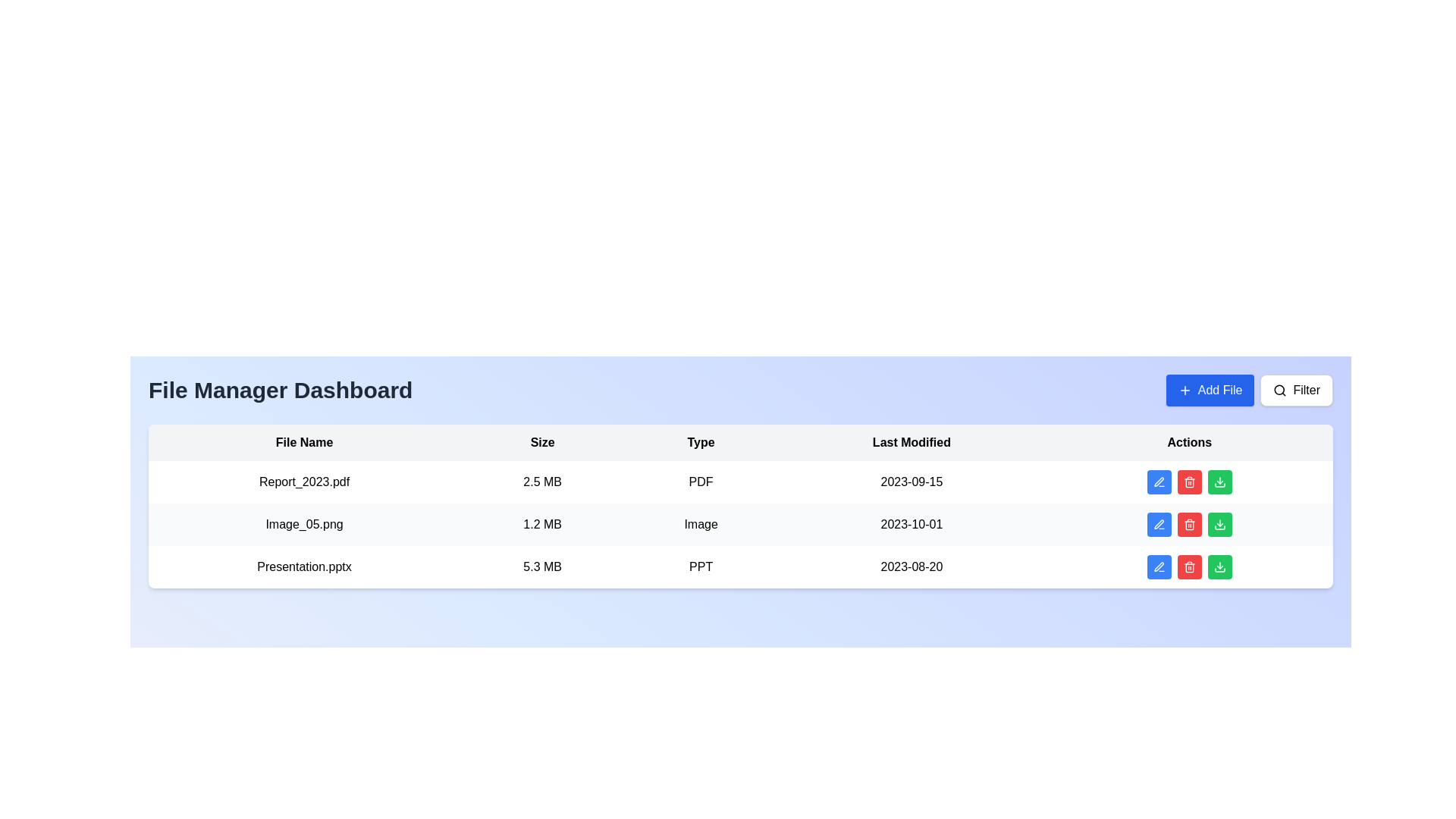 The width and height of the screenshot is (1456, 819). Describe the element at coordinates (1210, 390) in the screenshot. I see `the 'Add File' button located in the top-right area of the interface, styled with a blue background and a white '+' icon` at that location.